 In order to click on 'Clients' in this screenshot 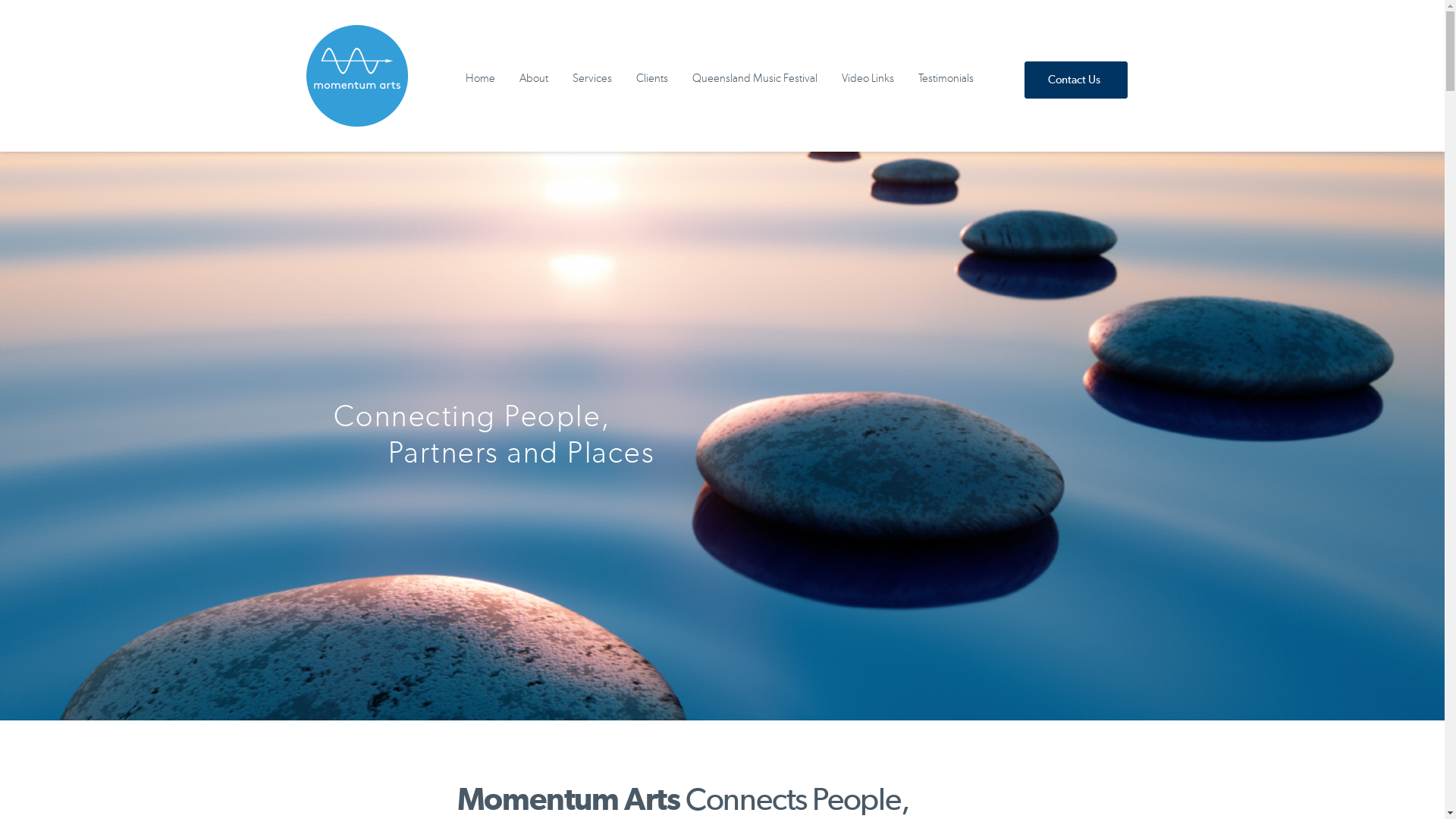, I will do `click(651, 79)`.